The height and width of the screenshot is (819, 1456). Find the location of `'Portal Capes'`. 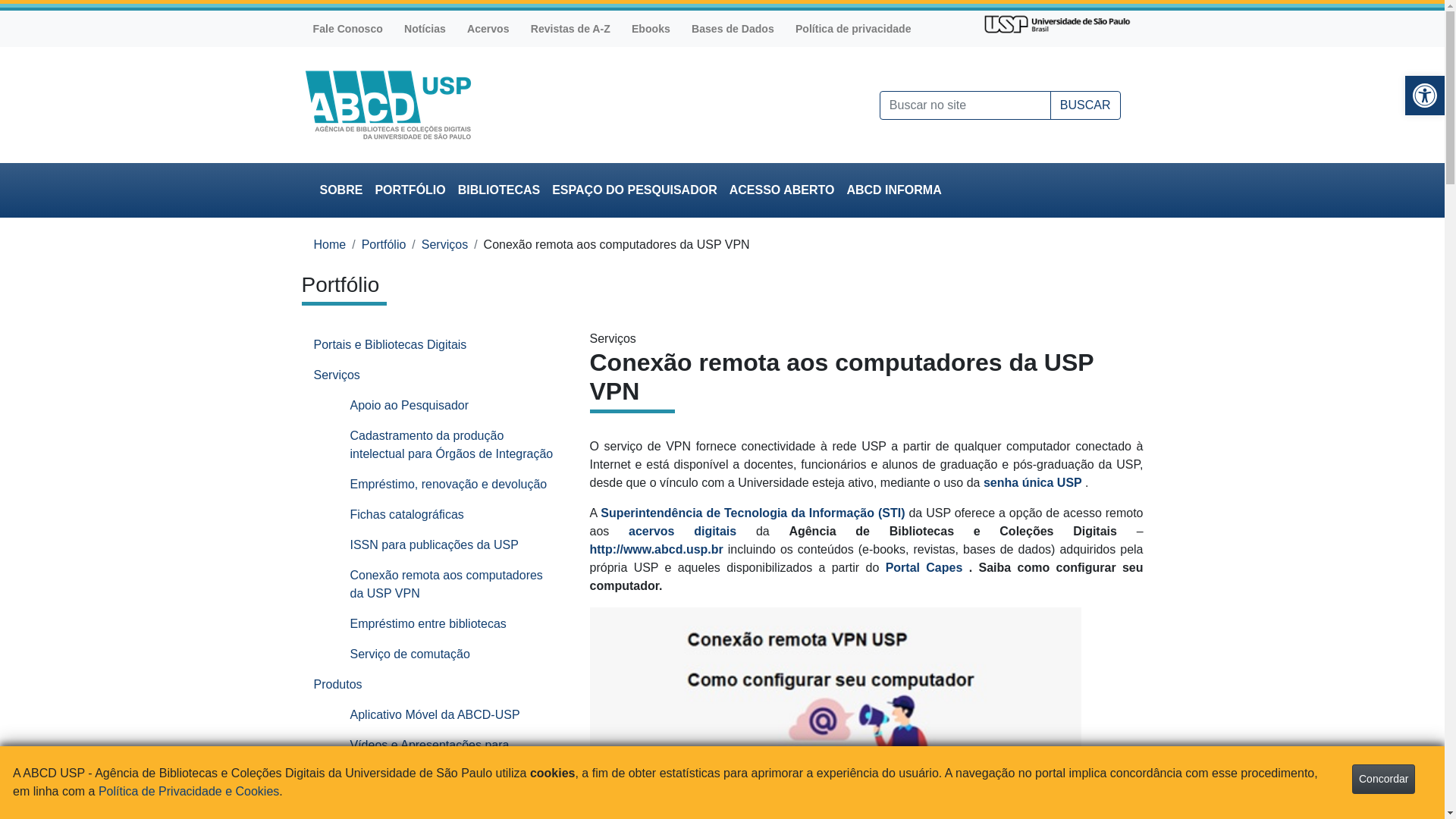

'Portal Capes' is located at coordinates (927, 567).